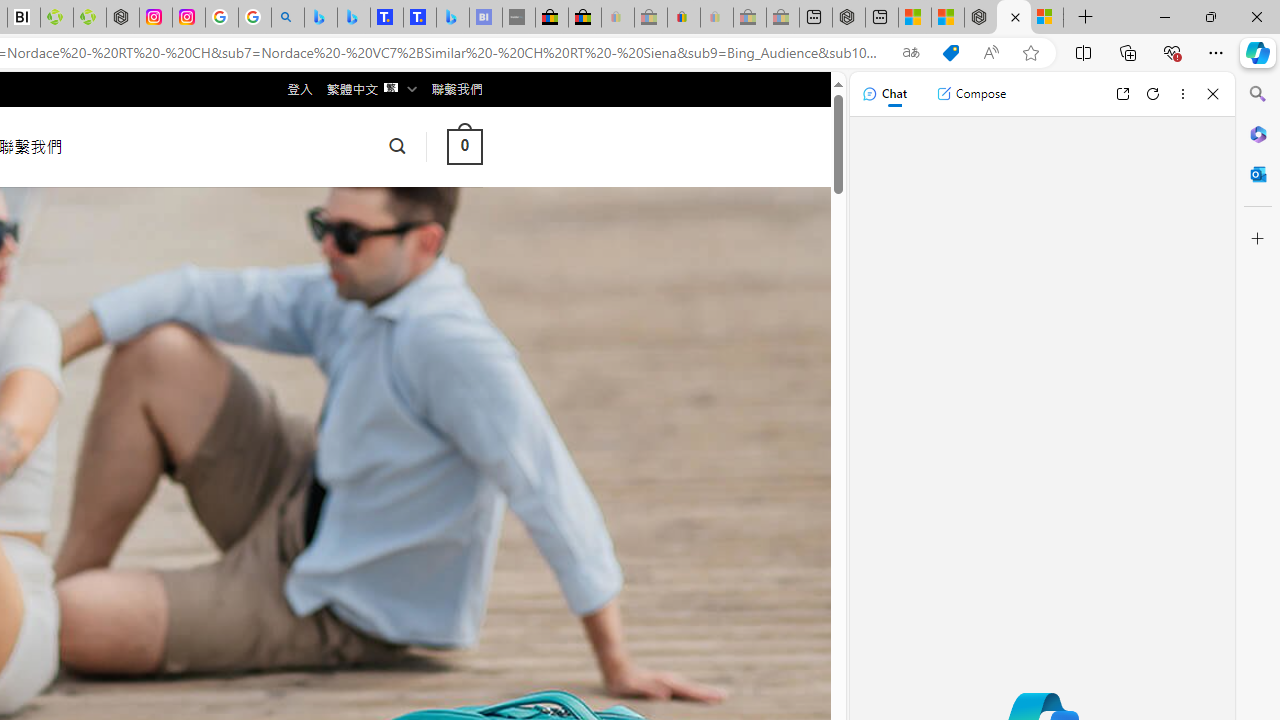  I want to click on 'Microsoft Bing Travel - Flights from Hong Kong to Bangkok', so click(320, 17).